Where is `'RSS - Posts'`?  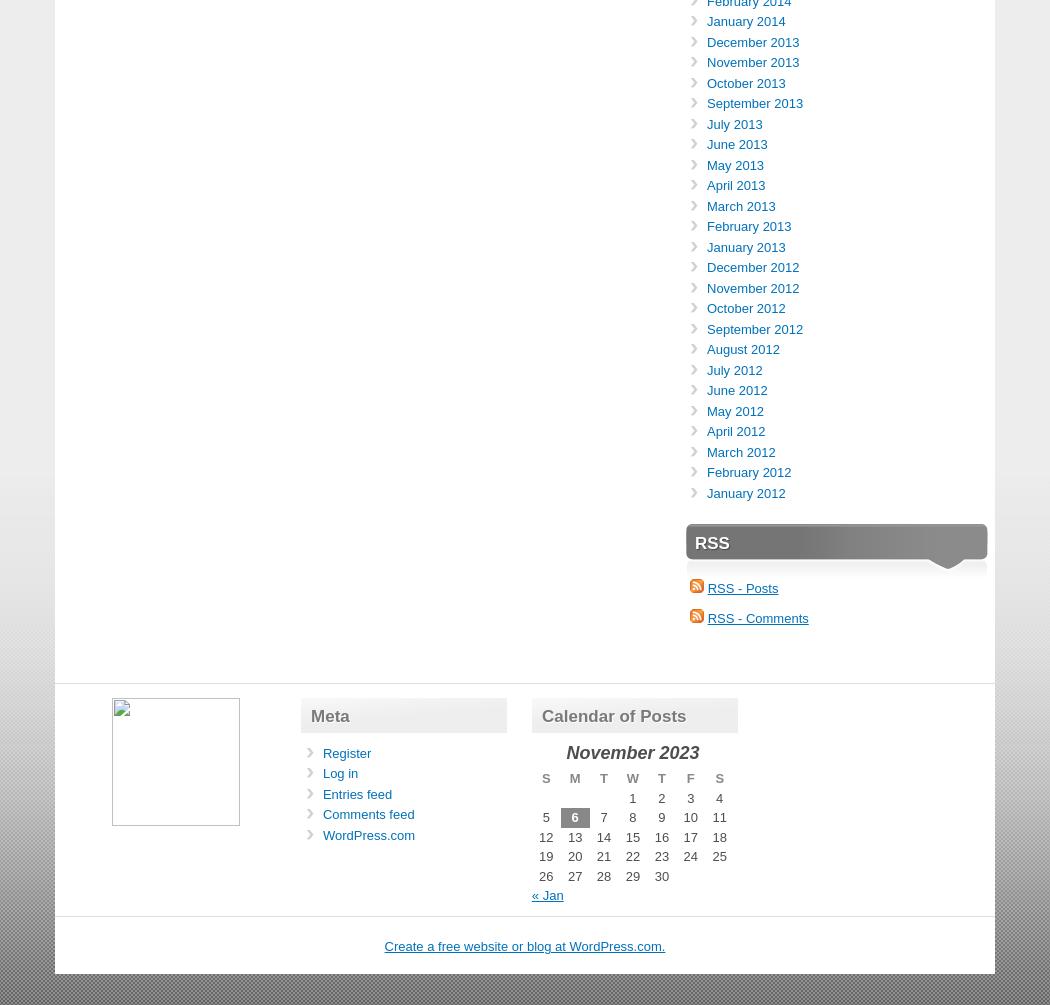
'RSS - Posts' is located at coordinates (741, 587).